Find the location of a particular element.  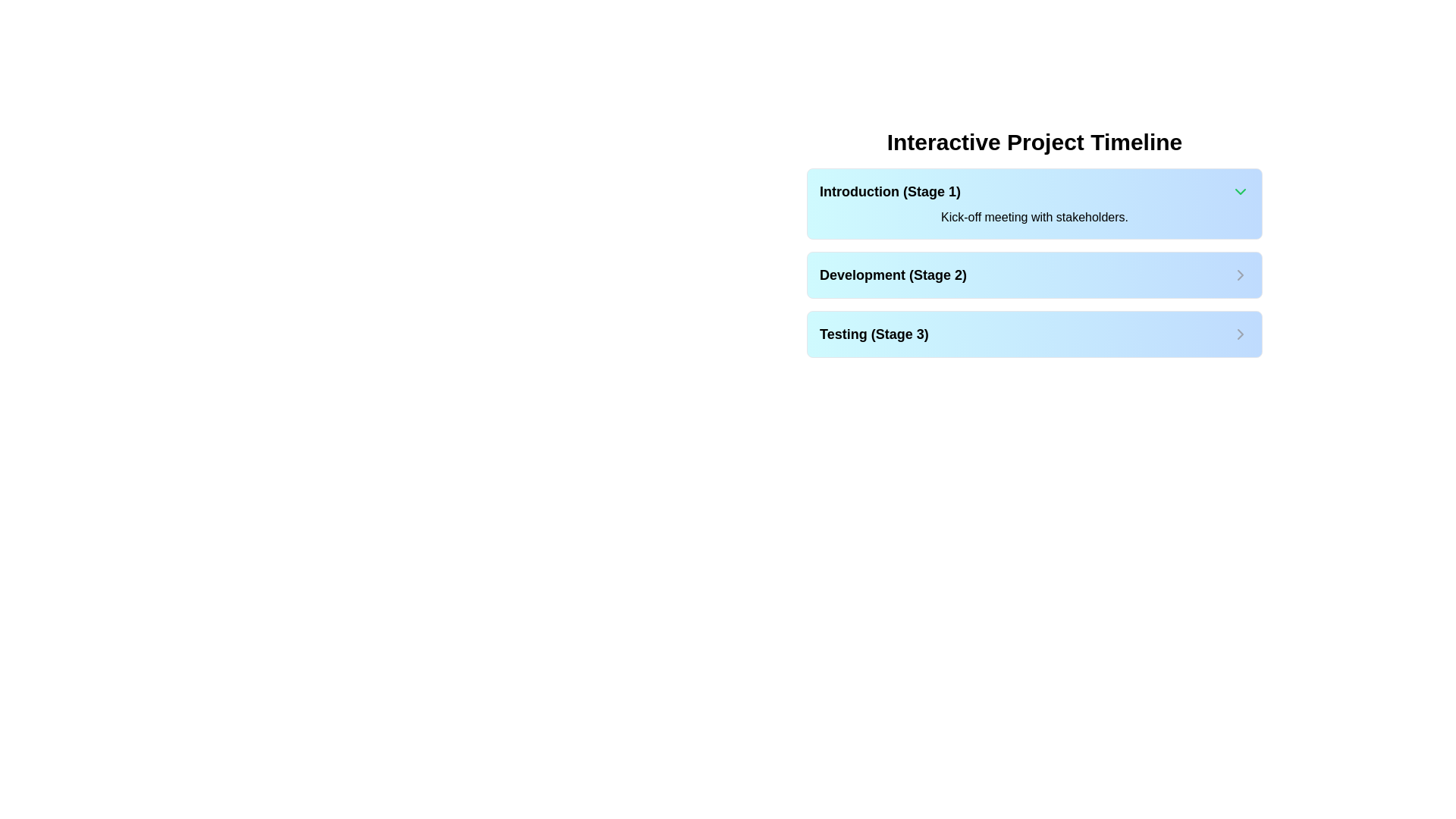

the text label that describes the 'Introduction' phase of the project timeline, positioned below the title and aligned to the left is located at coordinates (1034, 217).